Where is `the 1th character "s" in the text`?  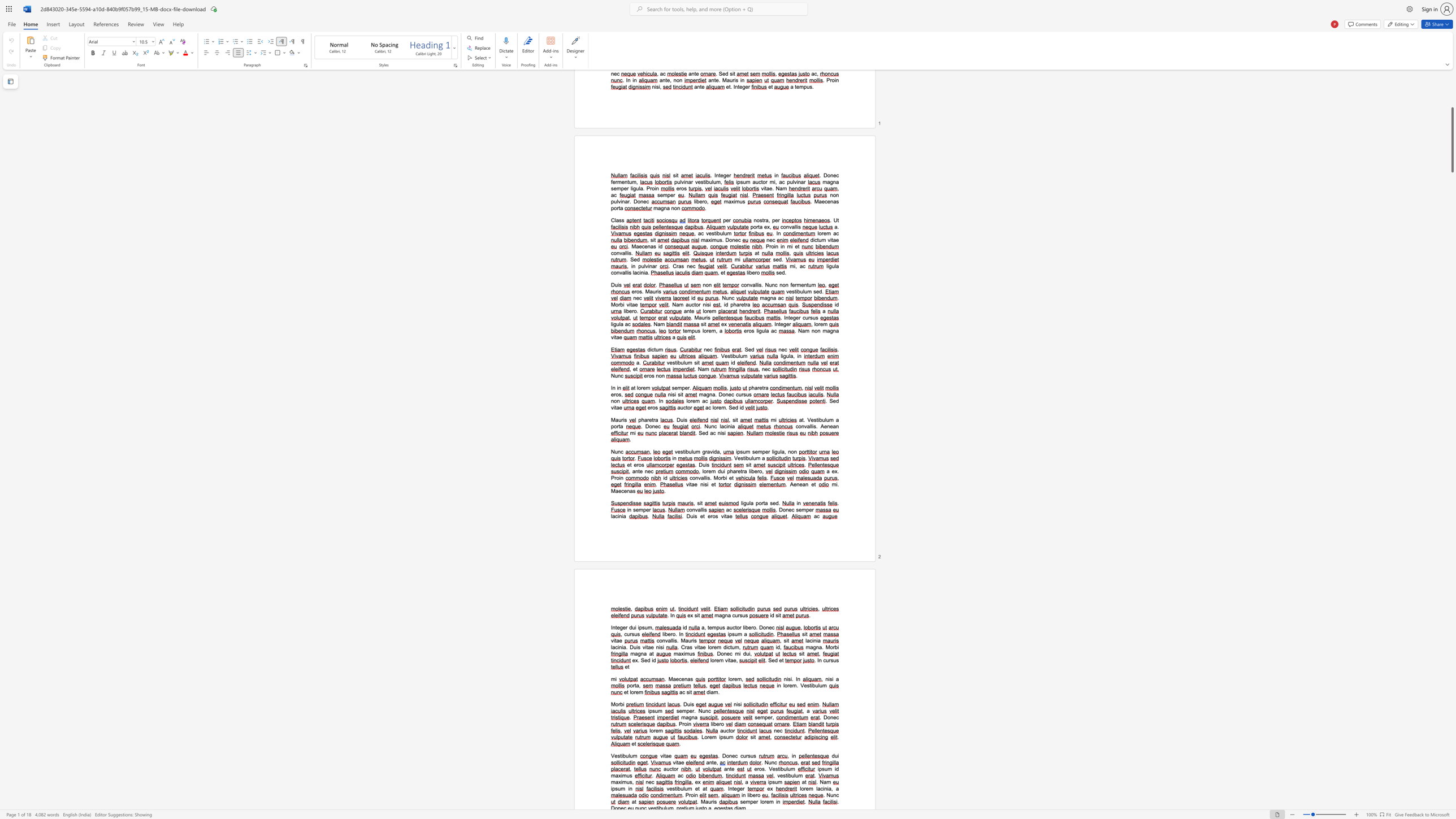 the 1th character "s" in the text is located at coordinates (616, 788).